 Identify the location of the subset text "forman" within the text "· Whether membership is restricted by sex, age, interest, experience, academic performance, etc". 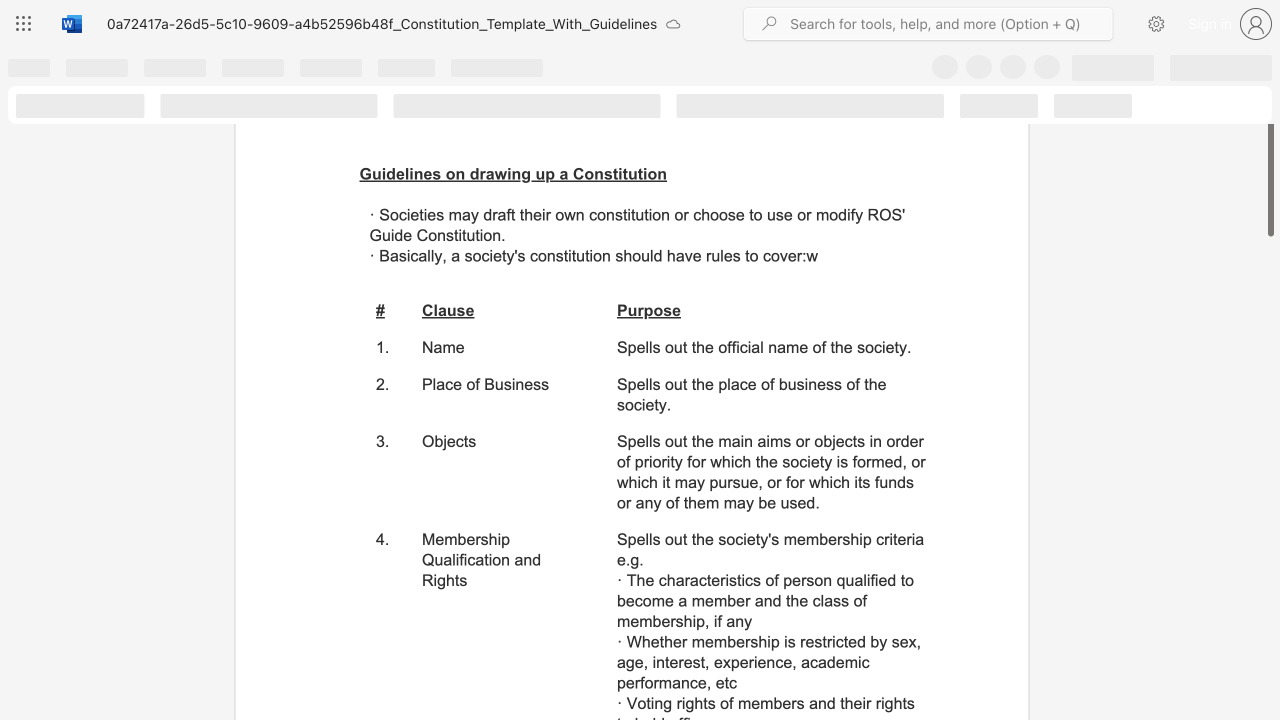
(640, 682).